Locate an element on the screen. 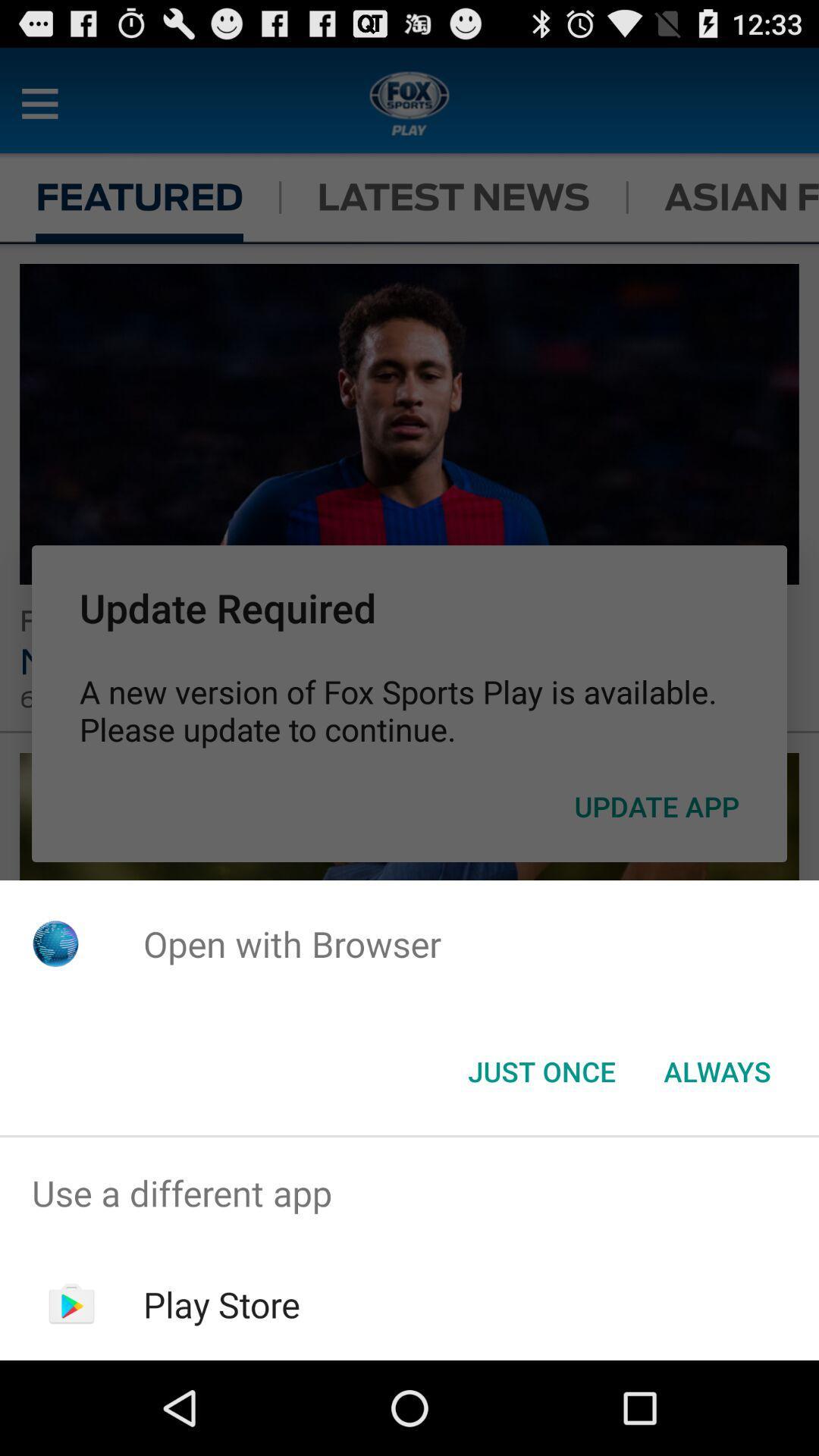 The image size is (819, 1456). always button is located at coordinates (717, 1070).